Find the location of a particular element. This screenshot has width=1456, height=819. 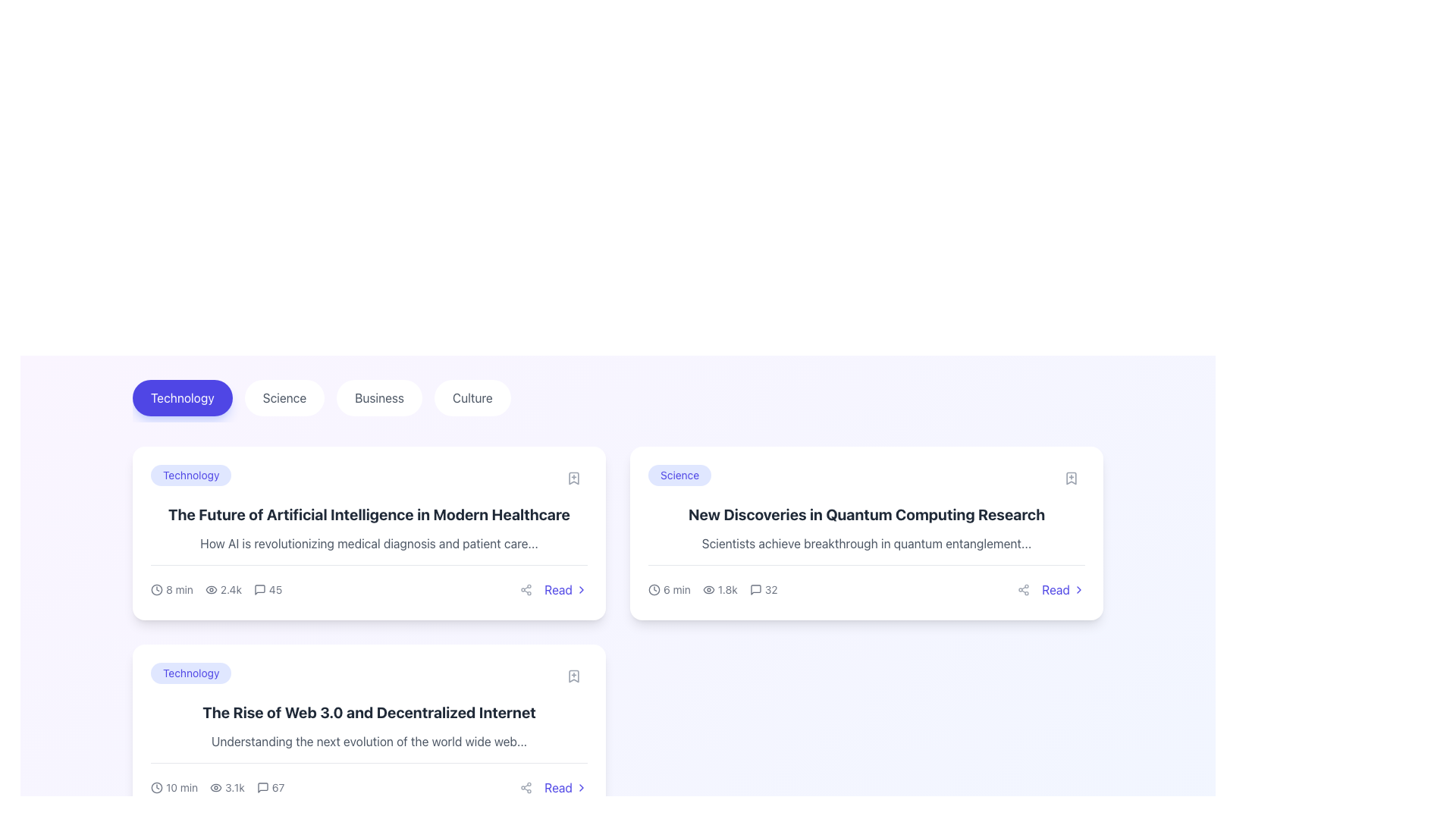

metrics displayed on the Composite data display element located in the bottom-left section of the first card, which includes '8 min' with a clock icon, '2.4k' with an eye icon, and '45' with a comment icon is located at coordinates (215, 589).